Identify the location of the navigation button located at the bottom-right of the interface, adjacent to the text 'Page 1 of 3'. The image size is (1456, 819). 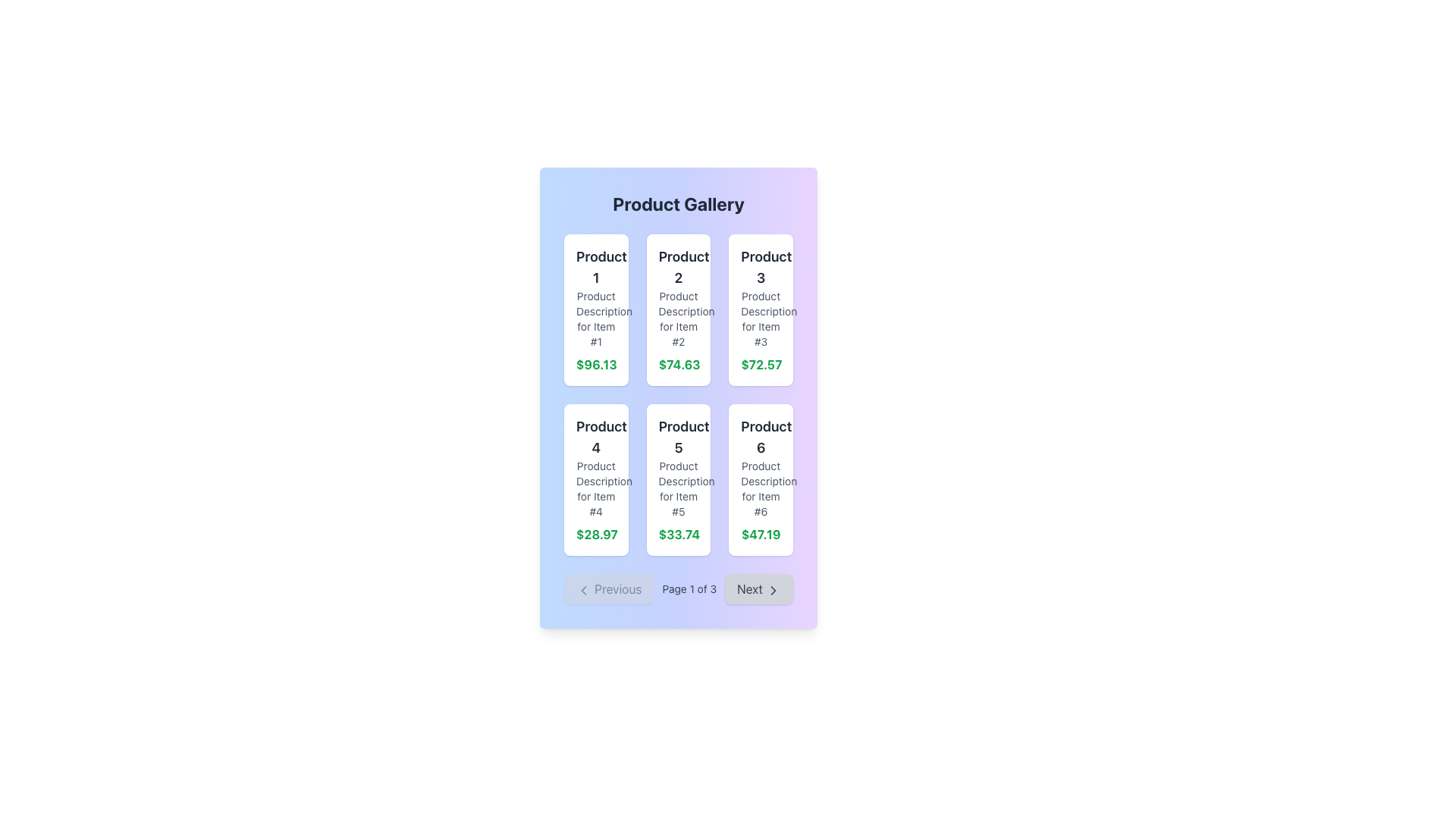
(759, 588).